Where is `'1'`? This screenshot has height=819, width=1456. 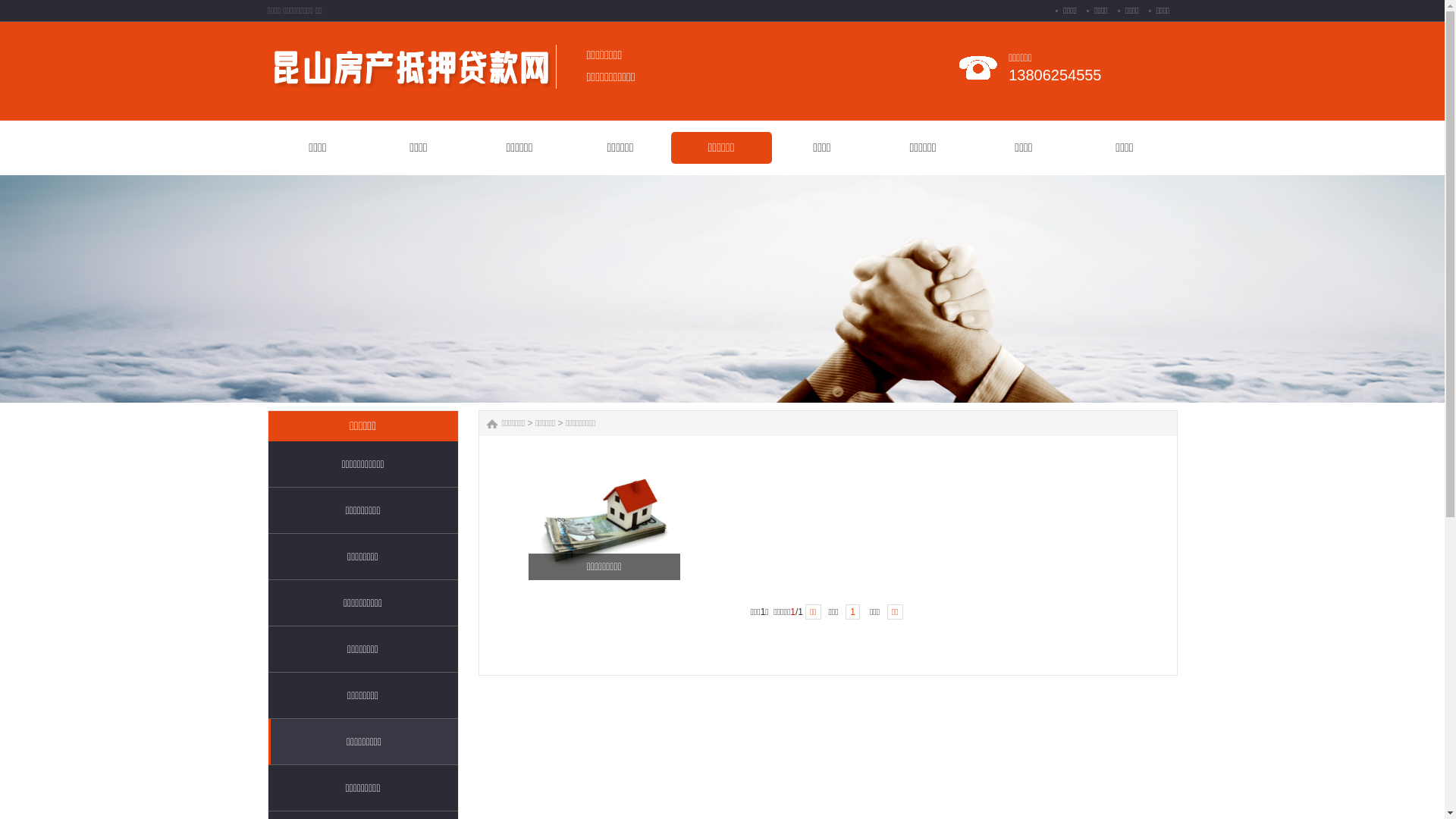 '1' is located at coordinates (844, 610).